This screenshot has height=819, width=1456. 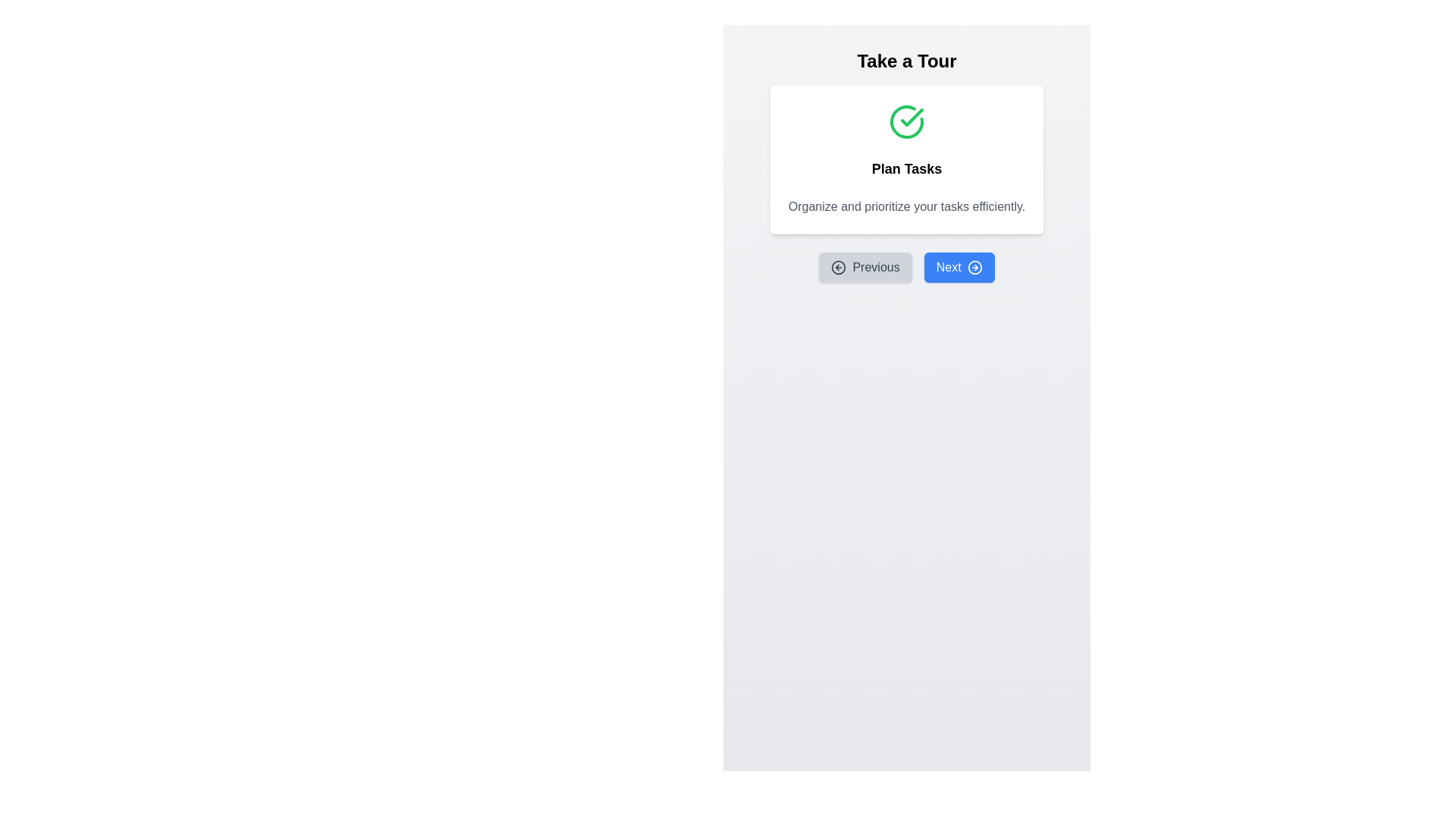 I want to click on the 'Next' button that contains an SVG icon of a circle with an arrow pointing to the right, so click(x=974, y=267).